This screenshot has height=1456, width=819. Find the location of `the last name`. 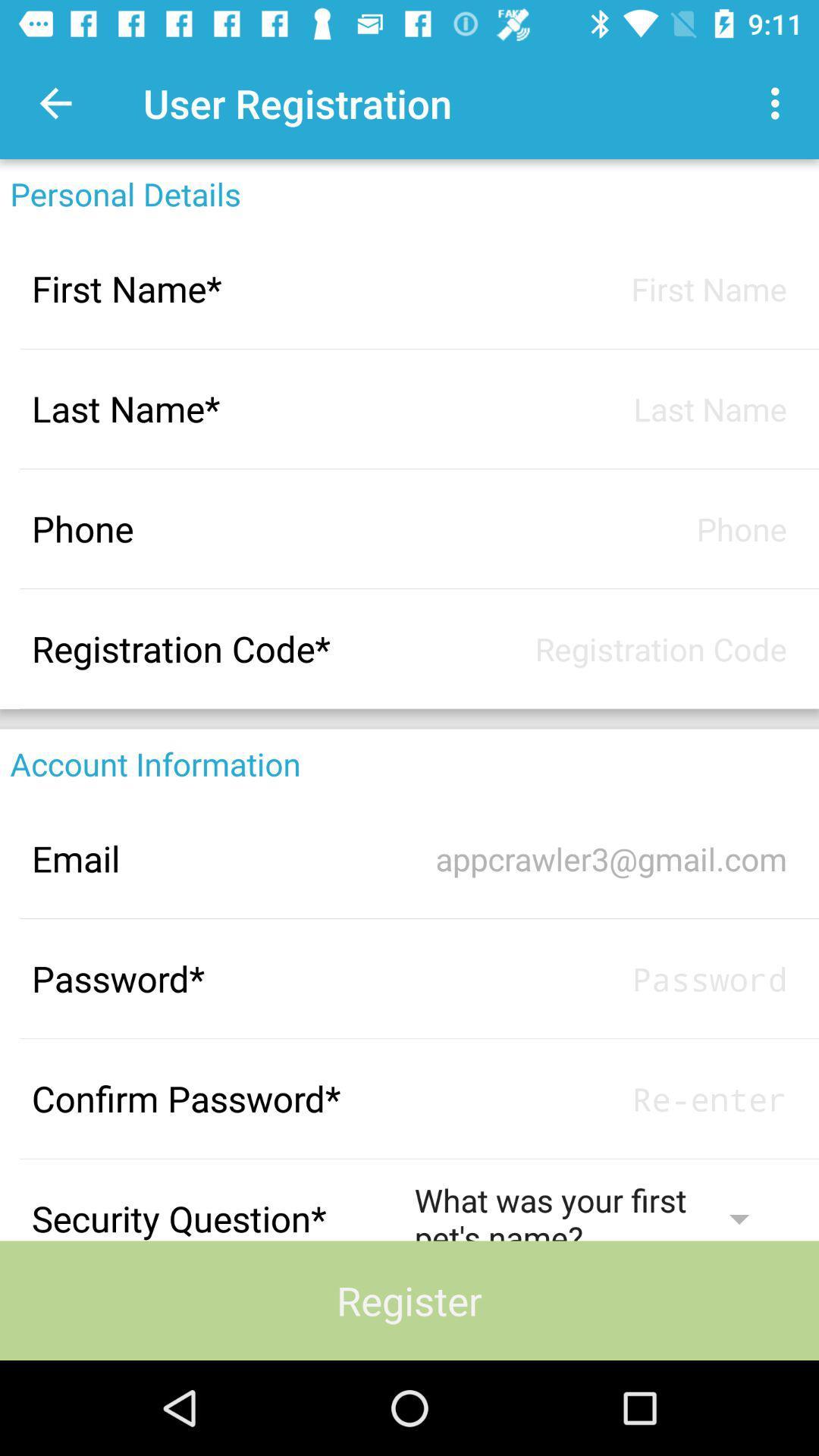

the last name is located at coordinates (600, 409).